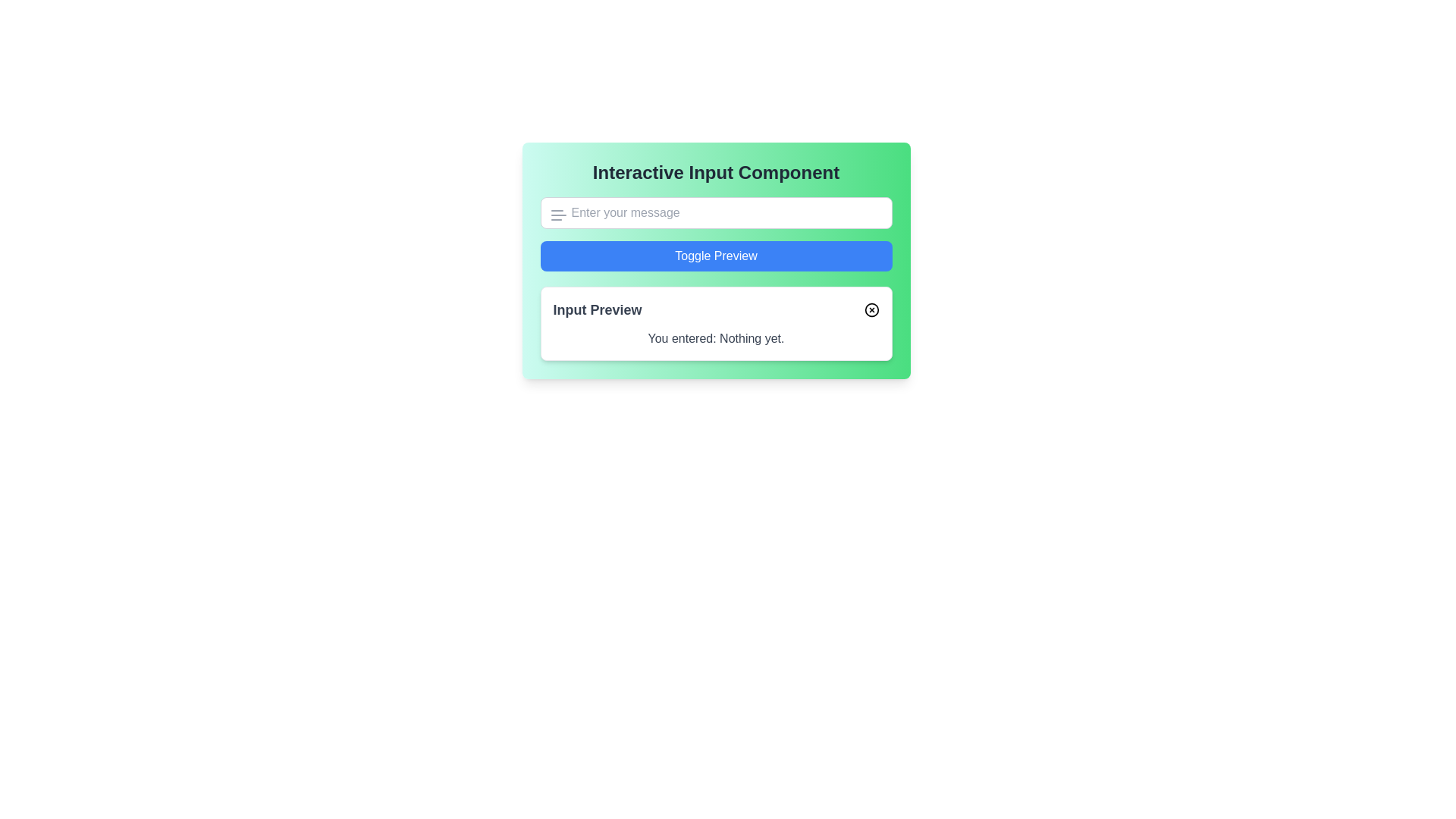  What do you see at coordinates (557, 215) in the screenshot?
I see `the text-related glyph icon located on the left side of the input field titled 'Enter your message'` at bounding box center [557, 215].